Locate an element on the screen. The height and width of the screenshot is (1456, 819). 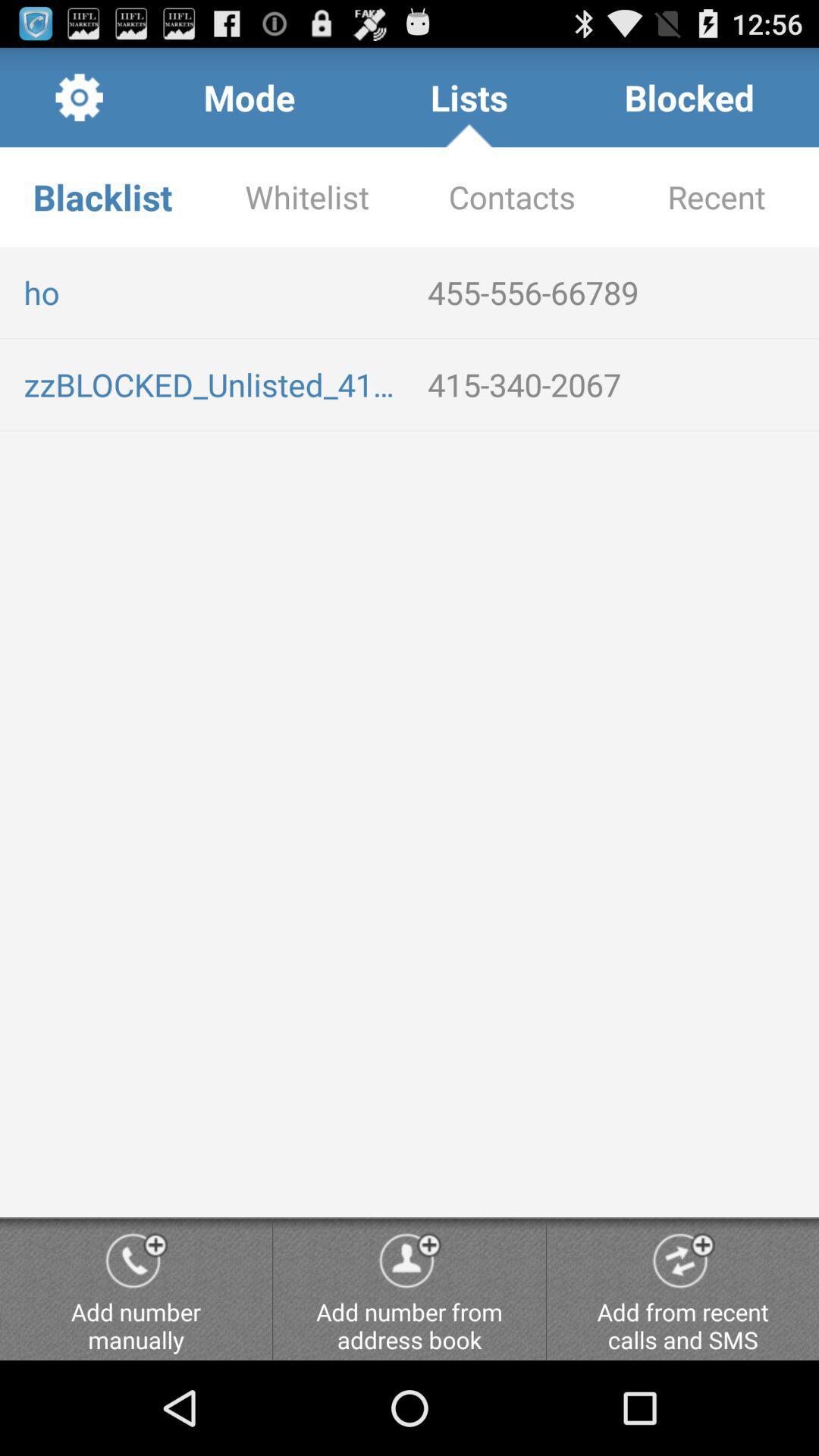
the ho is located at coordinates (213, 292).